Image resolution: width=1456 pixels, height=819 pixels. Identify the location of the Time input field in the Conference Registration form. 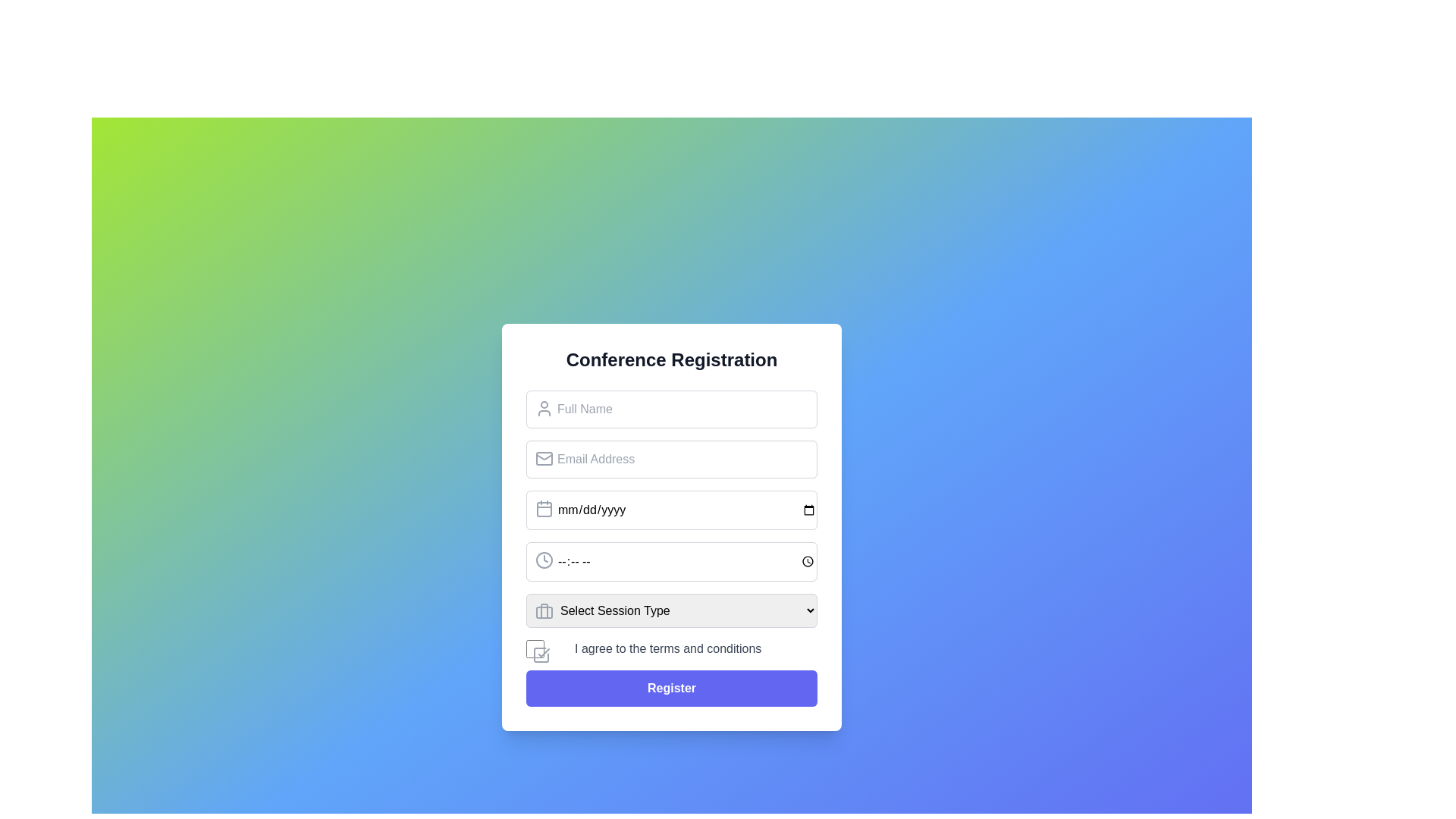
(671, 561).